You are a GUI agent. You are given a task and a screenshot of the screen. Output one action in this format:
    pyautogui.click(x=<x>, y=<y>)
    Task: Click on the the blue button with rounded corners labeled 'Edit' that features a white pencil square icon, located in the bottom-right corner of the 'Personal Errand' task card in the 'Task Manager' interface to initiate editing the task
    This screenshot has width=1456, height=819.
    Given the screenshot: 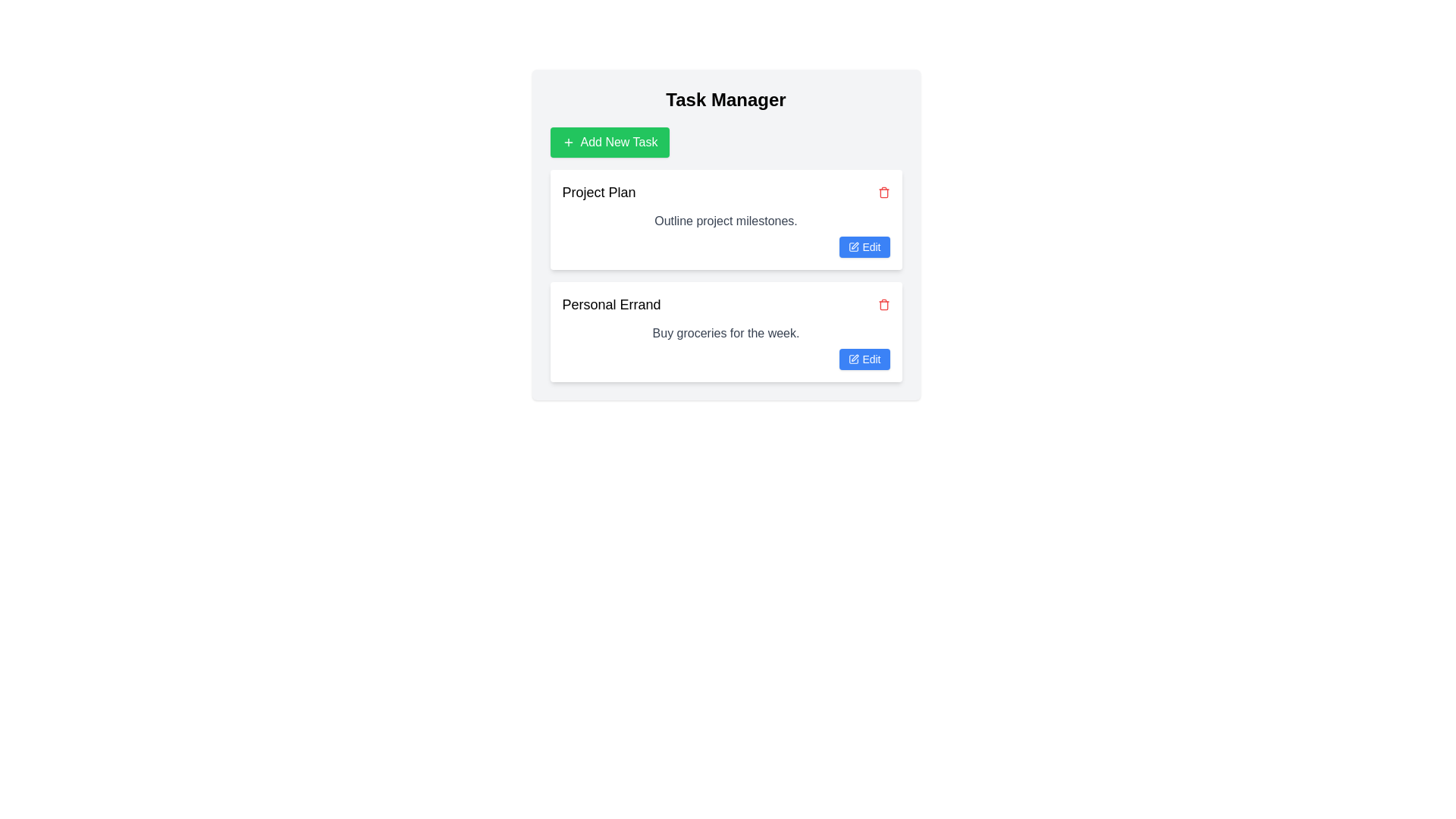 What is the action you would take?
    pyautogui.click(x=864, y=359)
    